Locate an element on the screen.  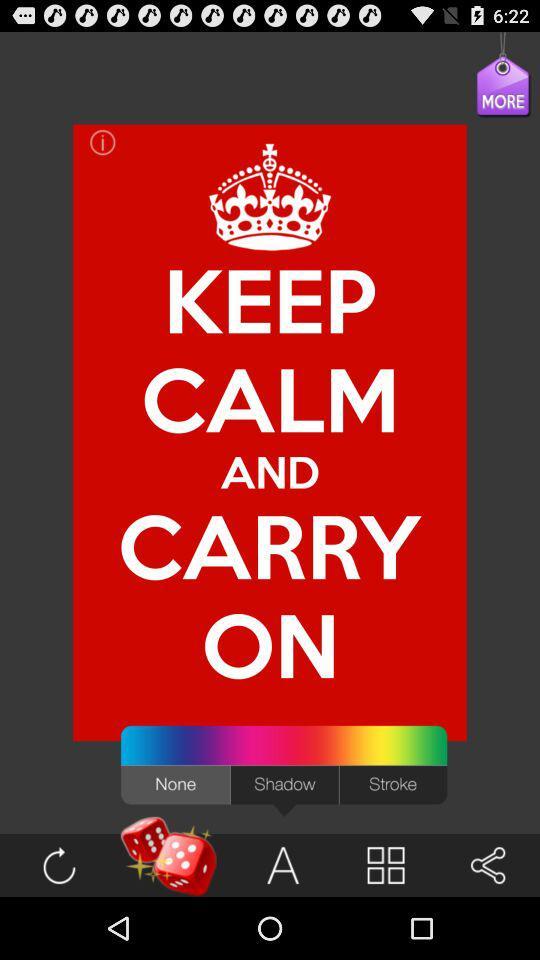
the item below calm icon is located at coordinates (270, 546).